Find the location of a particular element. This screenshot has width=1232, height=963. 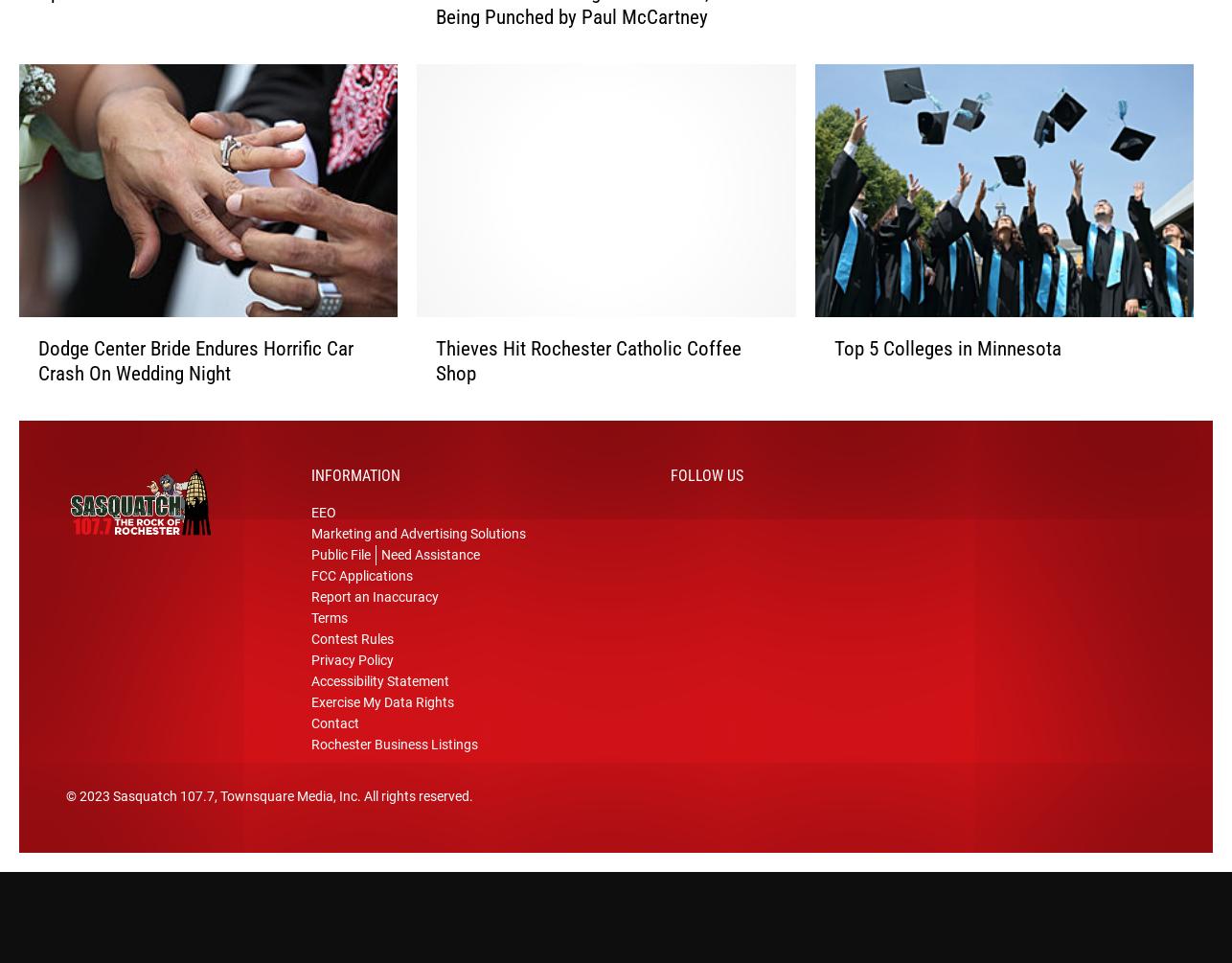

'Thieves Hit Rochester Catholic Coffee Shop' is located at coordinates (587, 369).